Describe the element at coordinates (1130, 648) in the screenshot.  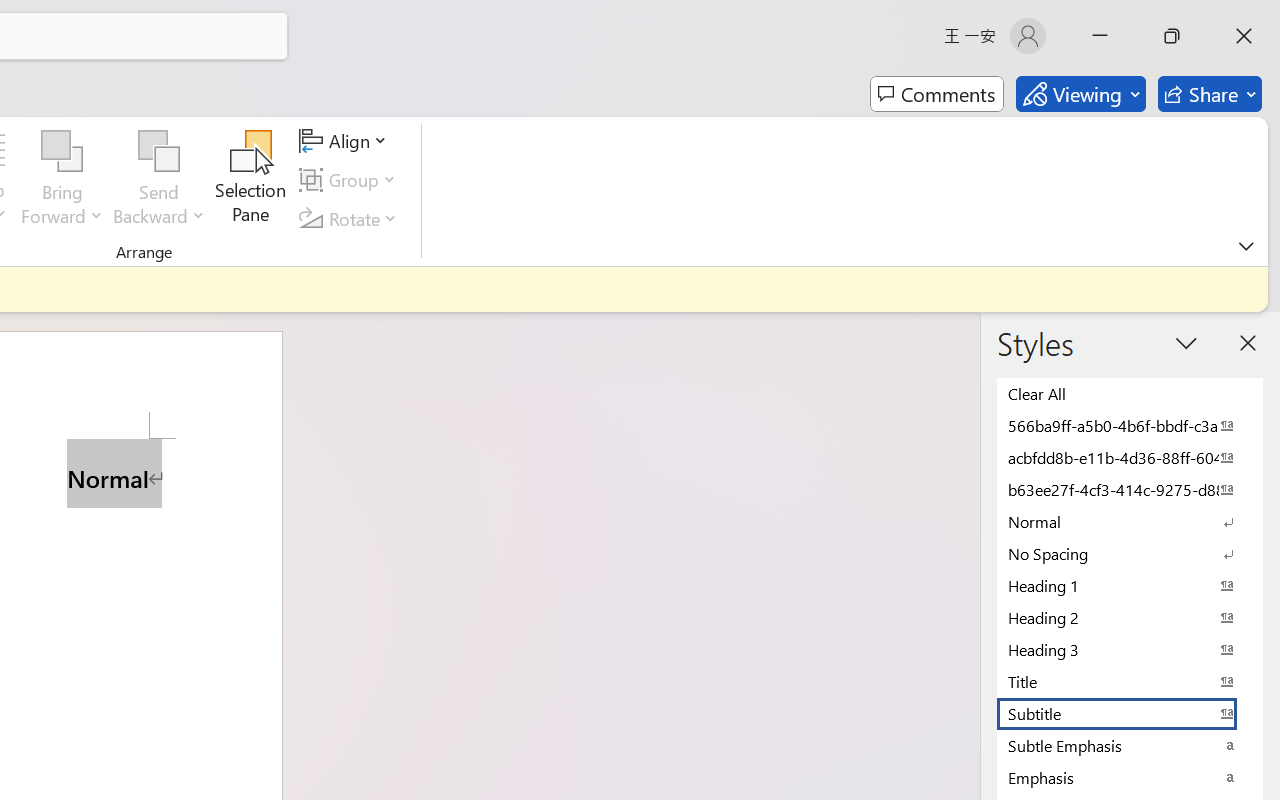
I see `'Heading 3'` at that location.